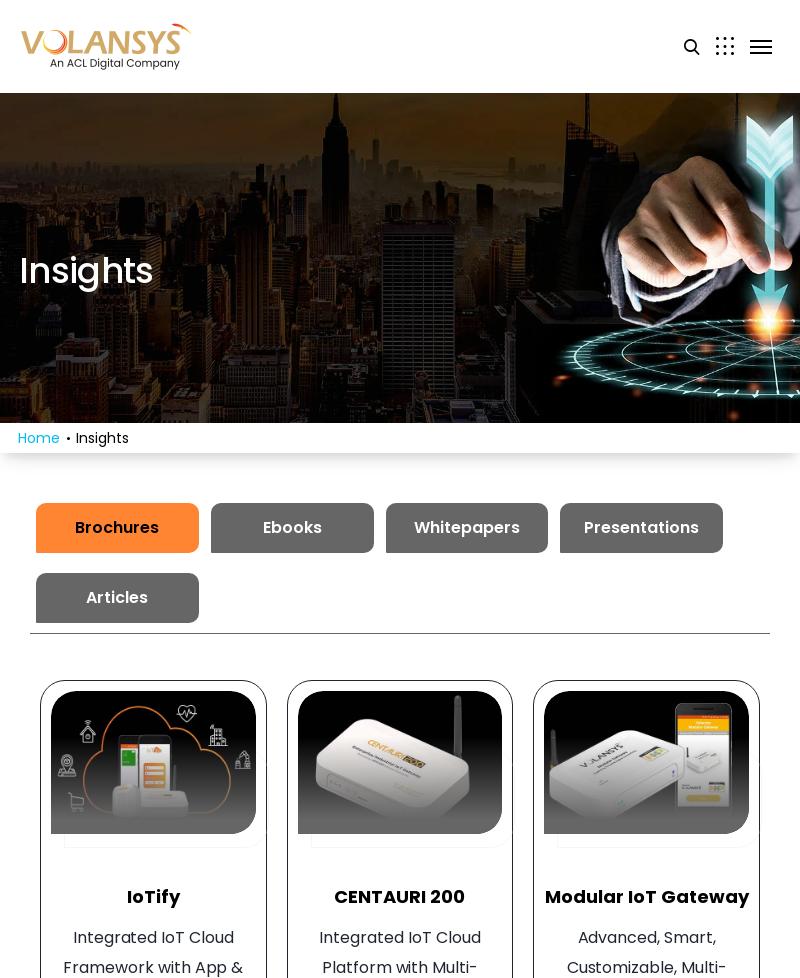 Image resolution: width=800 pixels, height=978 pixels. I want to click on 'CENTAURI 200', so click(398, 895).